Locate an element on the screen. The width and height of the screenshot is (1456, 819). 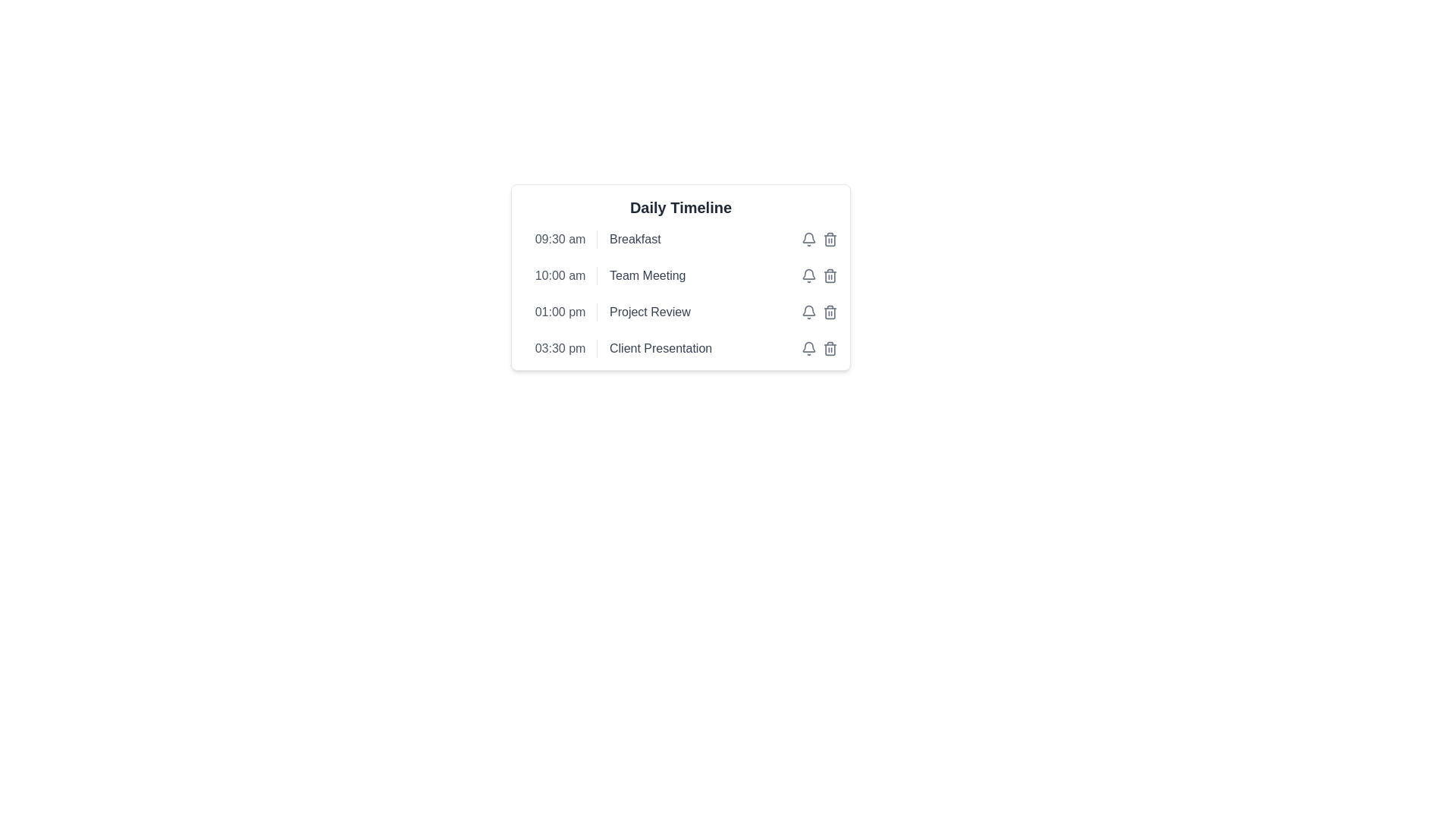
the trash bin icon, the second interactive icon in the row for the '09:30 am Breakfast' entry in the 'Daily Timeline' section is located at coordinates (829, 239).